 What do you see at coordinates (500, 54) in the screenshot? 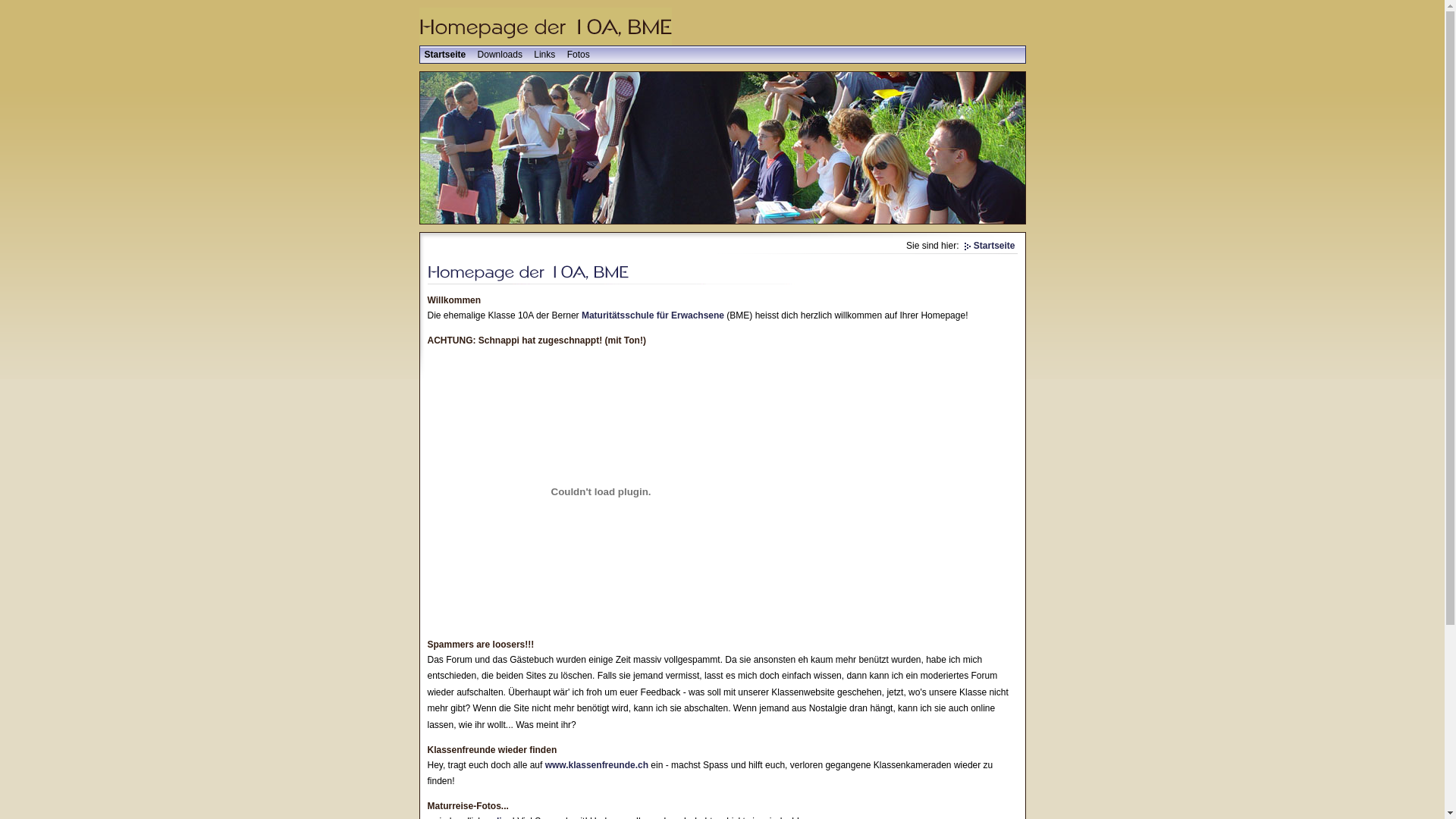
I see `'Downloads'` at bounding box center [500, 54].